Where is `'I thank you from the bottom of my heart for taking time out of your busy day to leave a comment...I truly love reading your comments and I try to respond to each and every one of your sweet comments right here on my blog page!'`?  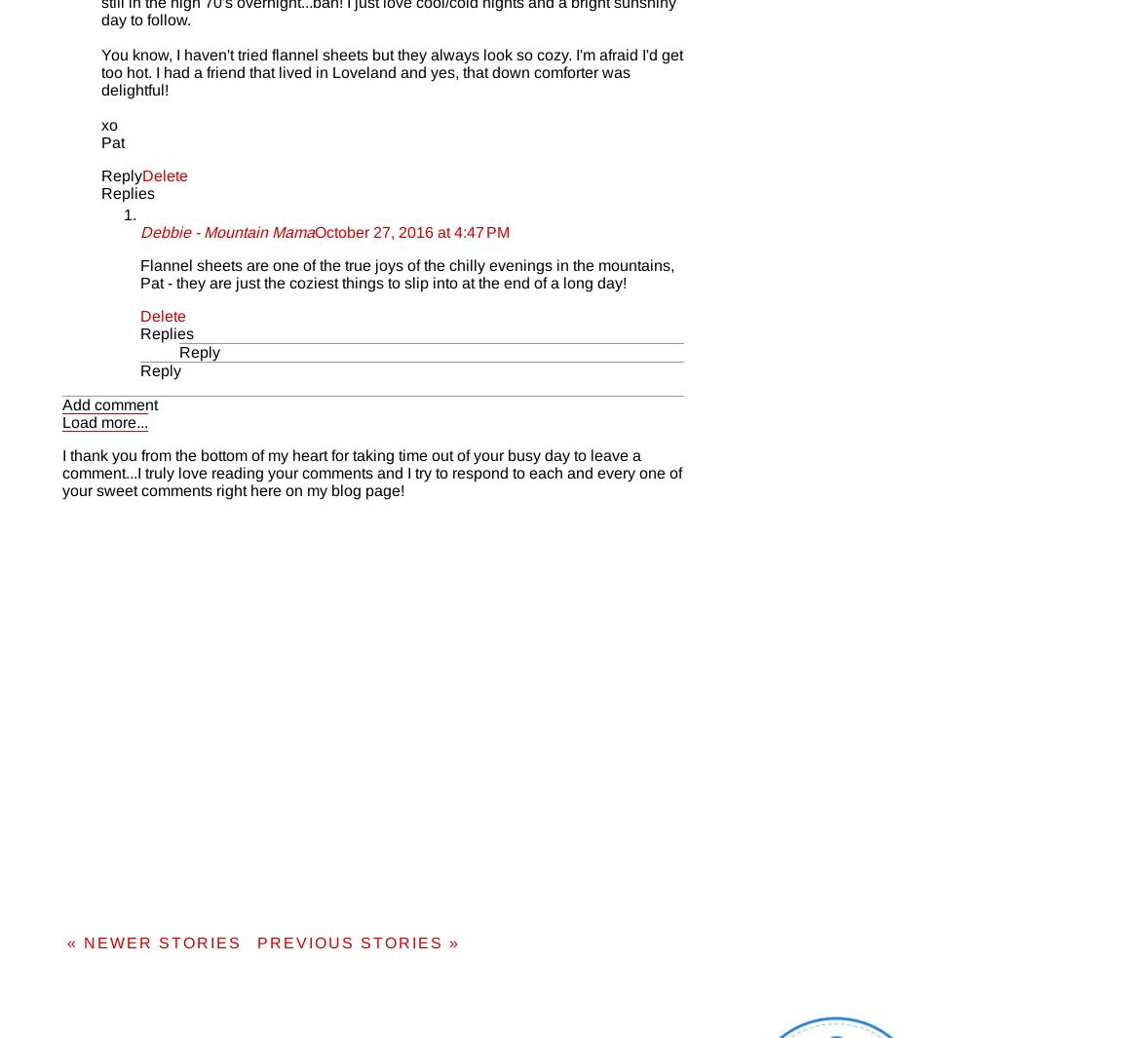
'I thank you from the bottom of my heart for taking time out of your busy day to leave a comment...I truly love reading your comments and I try to respond to each and every one of your sweet comments right here on my blog page!' is located at coordinates (372, 471).